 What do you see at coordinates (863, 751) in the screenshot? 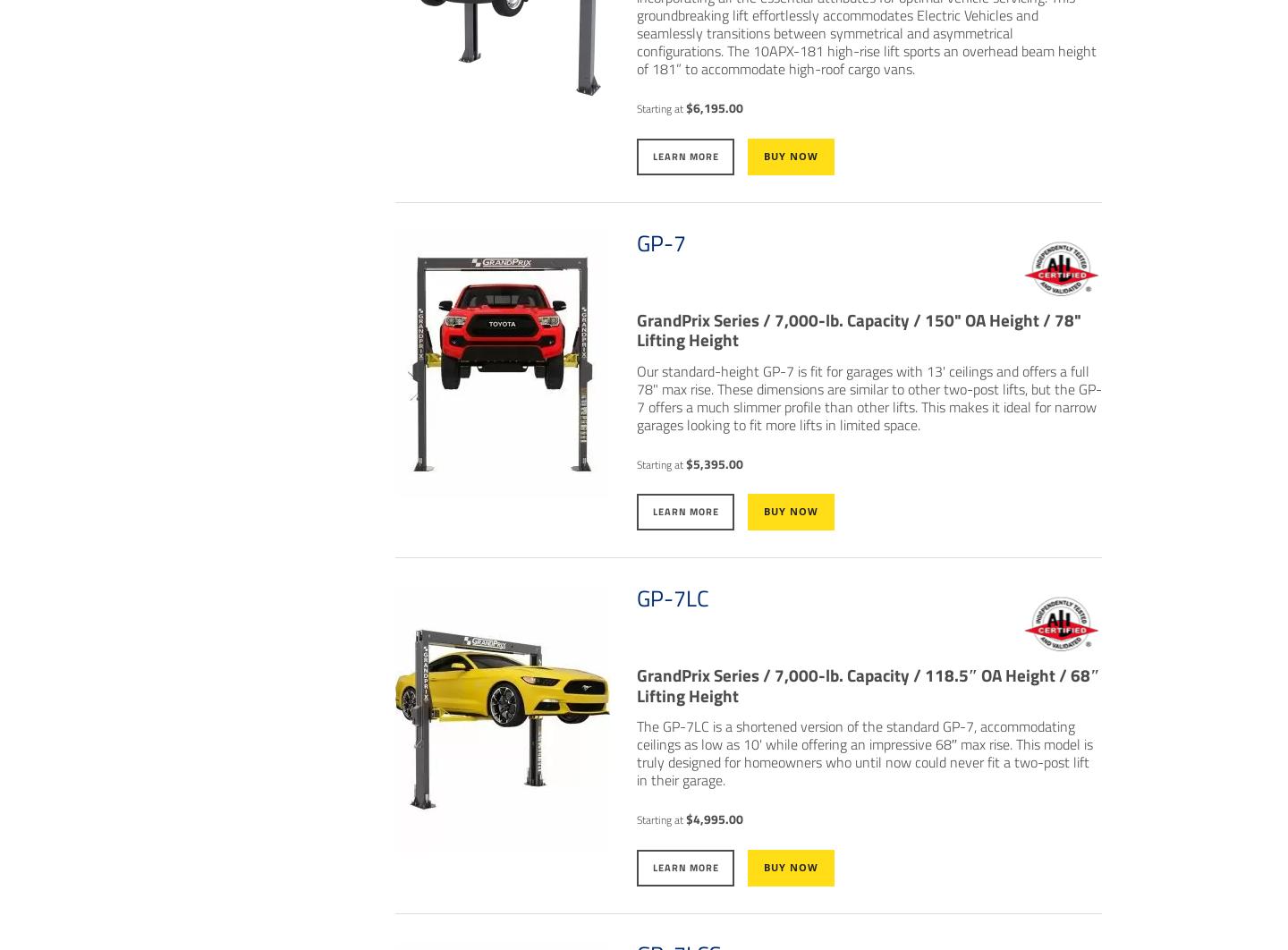
I see `'The GP-7LC is a shortened version of the standard GP-7, accommodating ceilings as low as 10' while offering an impressive 68″ max rise. This model is truly designed for homeowners who until now could never fit a two-post lift in their garage.'` at bounding box center [863, 751].